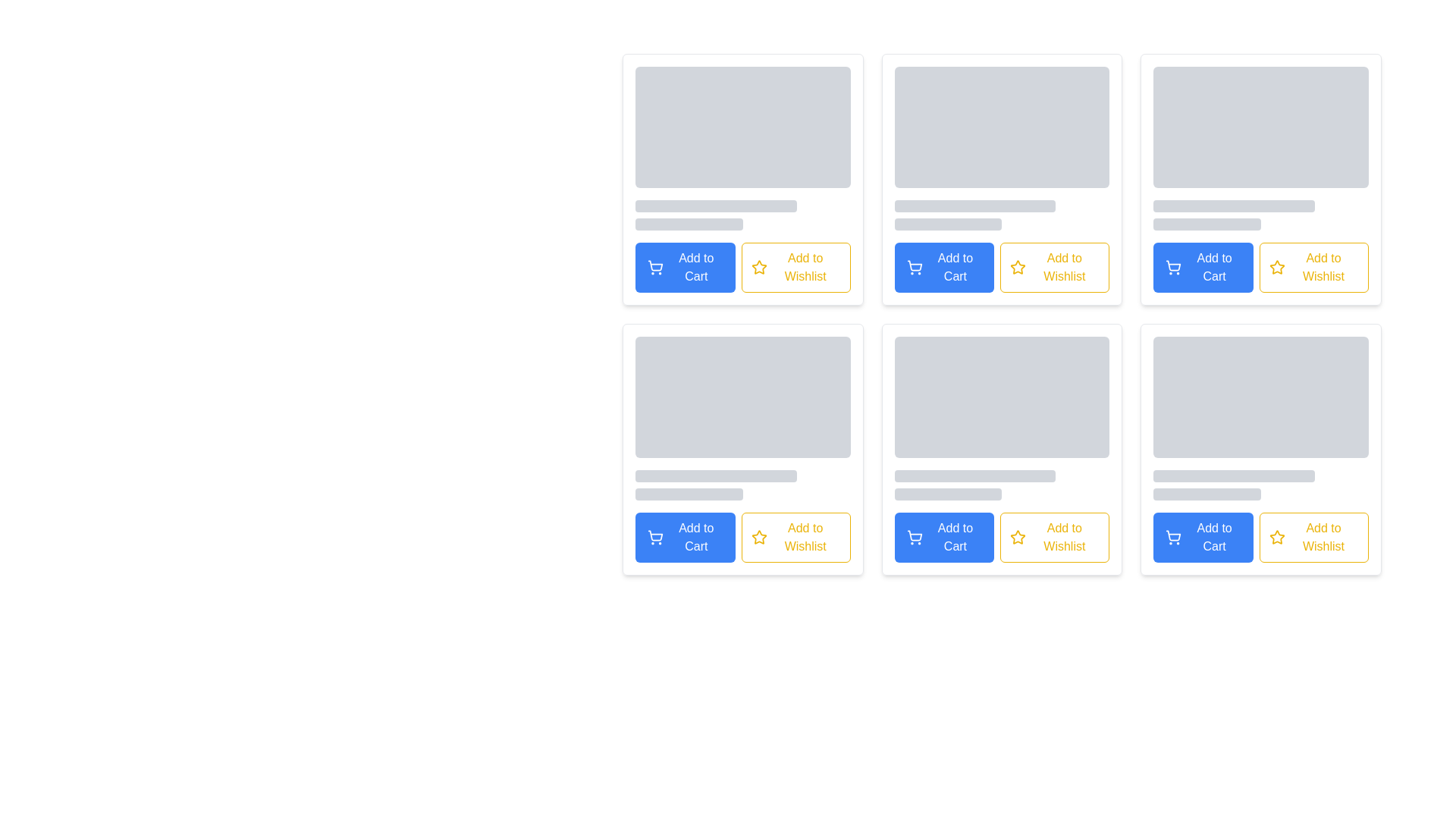 The width and height of the screenshot is (1456, 819). What do you see at coordinates (1002, 127) in the screenshot?
I see `the image placeholder located in the second column of the top row, which serves as a visual representation for image content in a card-like component` at bounding box center [1002, 127].